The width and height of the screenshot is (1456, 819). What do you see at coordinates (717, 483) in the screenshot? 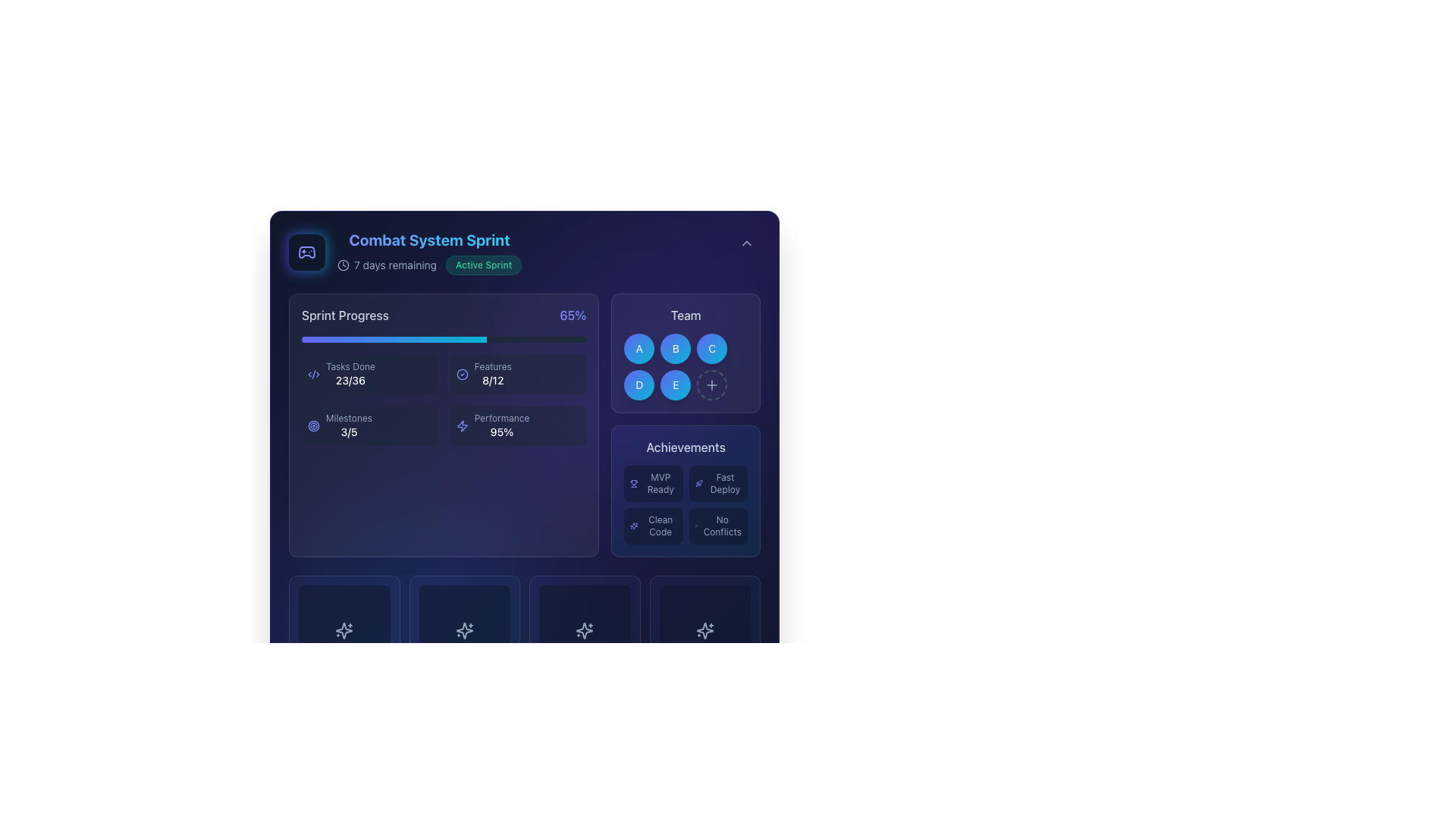
I see `the 'Fast Deploy' Achievement badge or button, which is a small rectangular button with a rocket icon and text, located in the top right corner of the Achievements section` at bounding box center [717, 483].